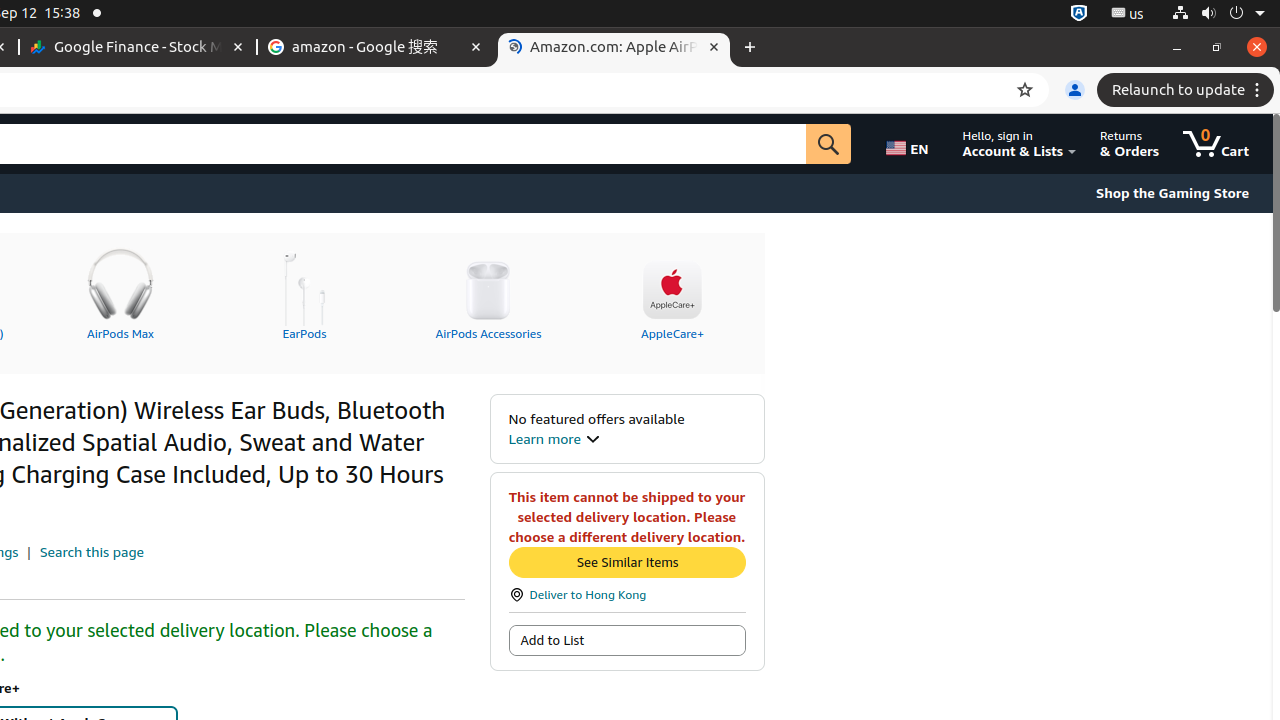 Image resolution: width=1280 pixels, height=720 pixels. I want to click on 'Choose a language for shopping.', so click(909, 143).